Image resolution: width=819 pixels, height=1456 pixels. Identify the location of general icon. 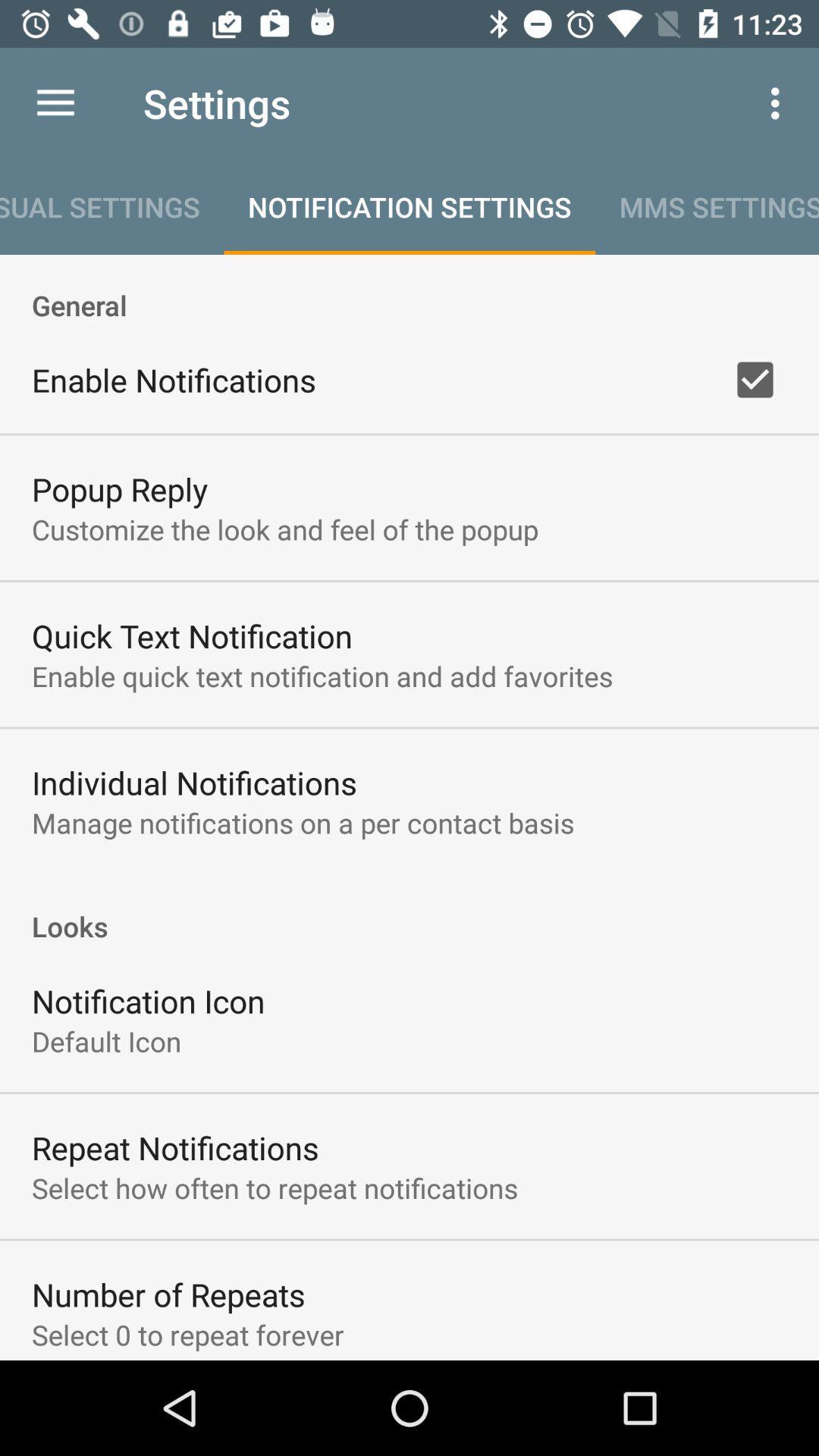
(409, 289).